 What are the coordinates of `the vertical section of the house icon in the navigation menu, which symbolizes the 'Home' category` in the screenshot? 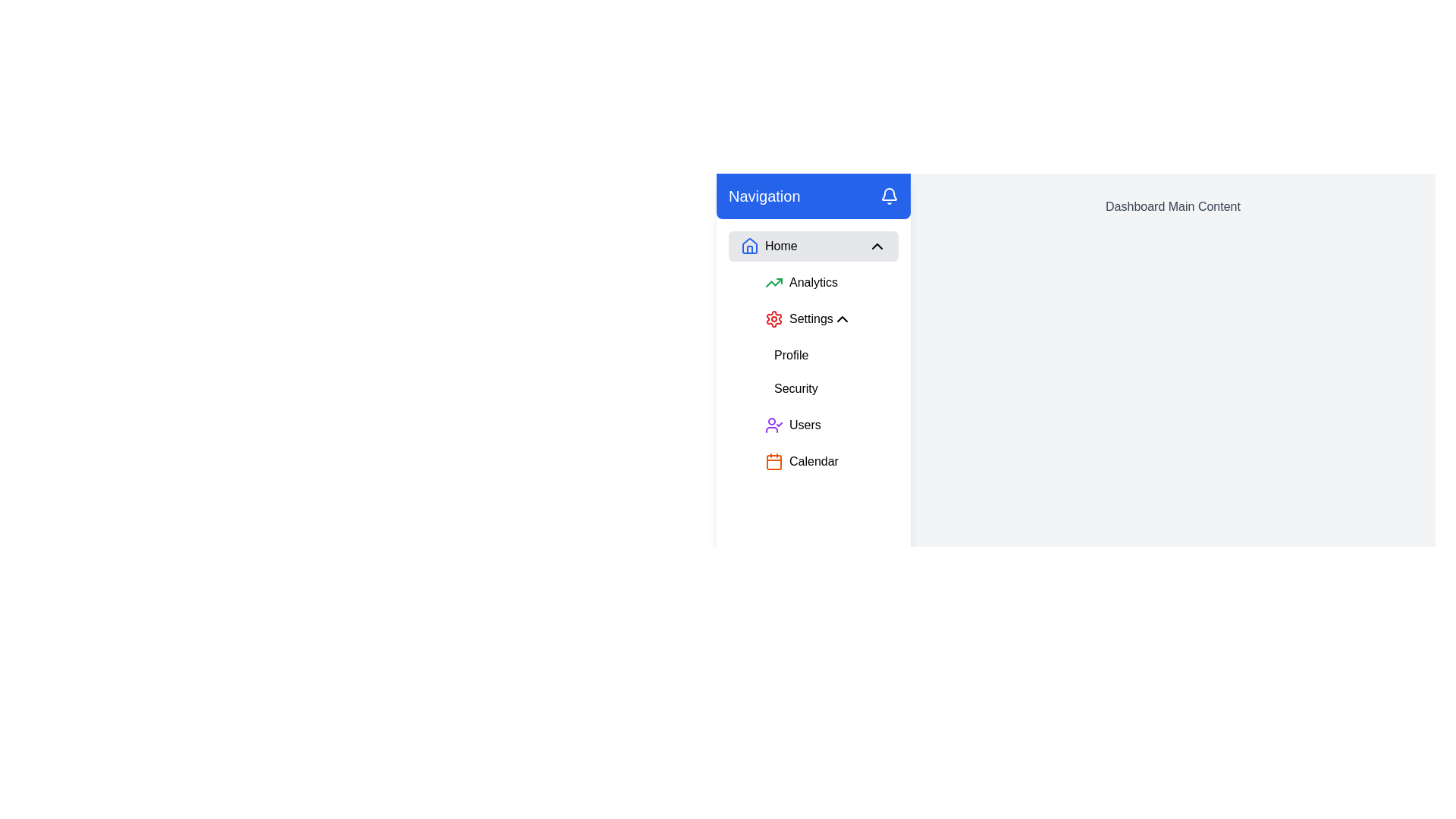 It's located at (749, 249).